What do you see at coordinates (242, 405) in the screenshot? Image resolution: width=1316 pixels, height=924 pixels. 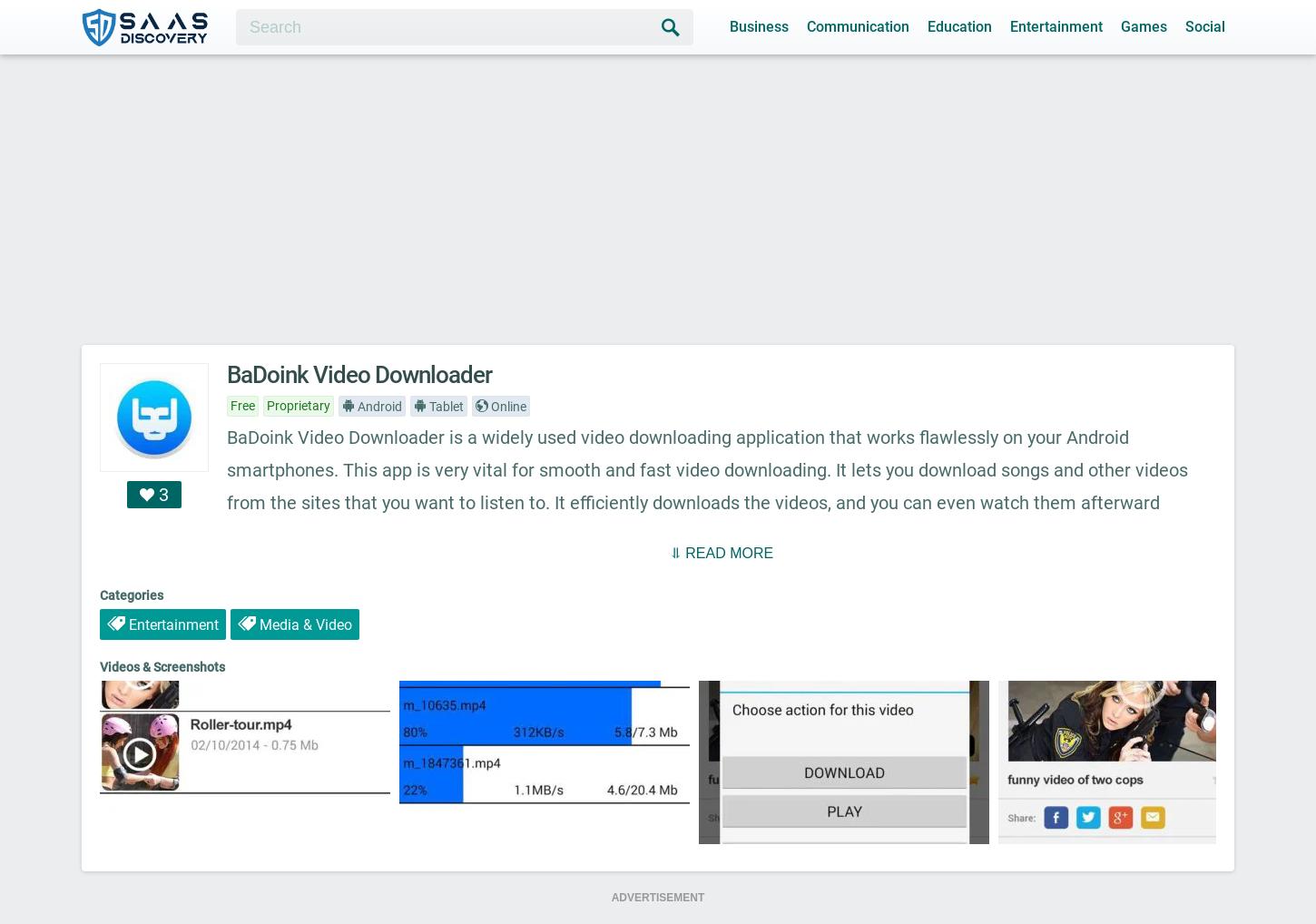 I see `'Free'` at bounding box center [242, 405].